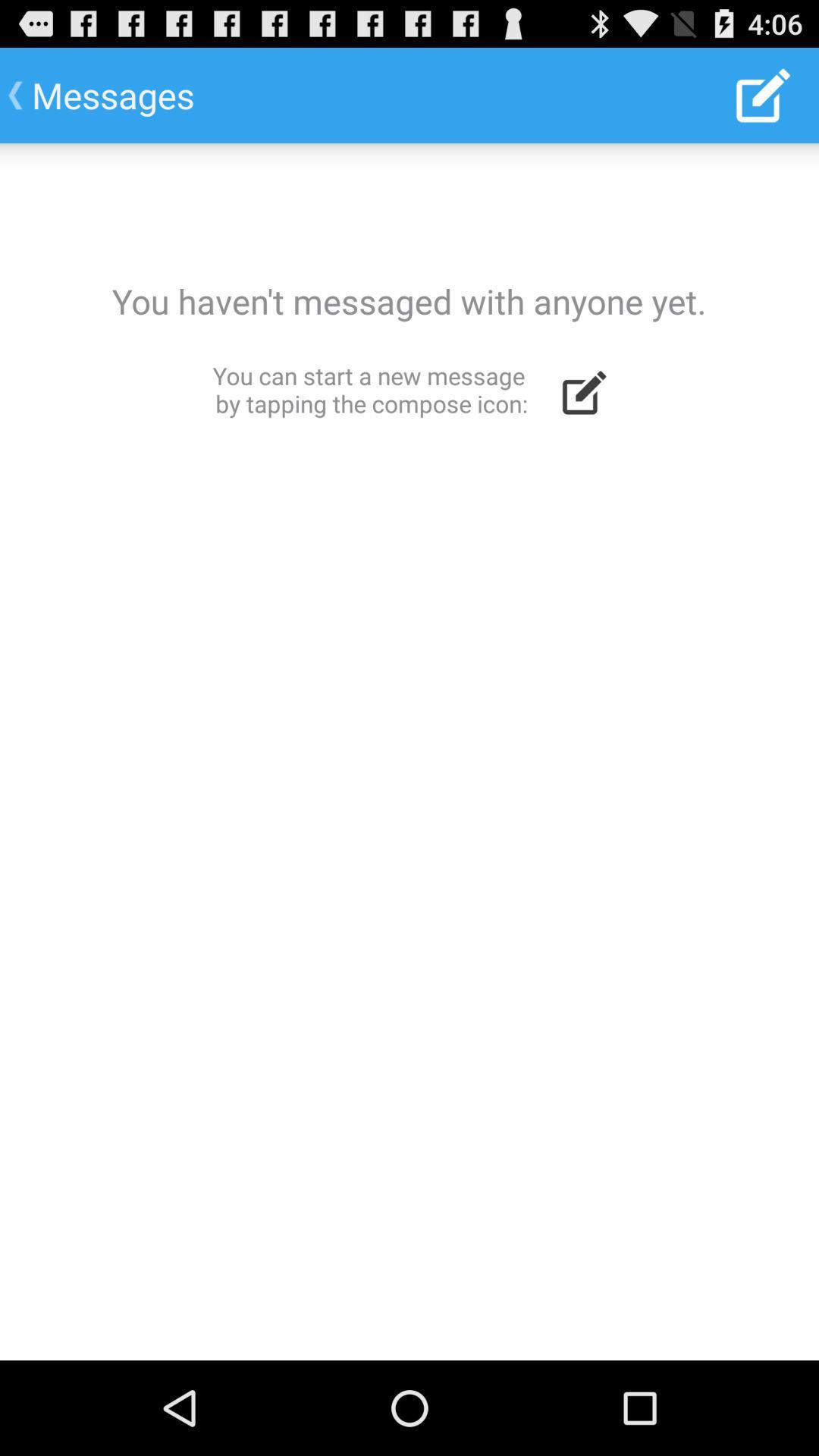 The width and height of the screenshot is (819, 1456). What do you see at coordinates (409, 752) in the screenshot?
I see `message window` at bounding box center [409, 752].